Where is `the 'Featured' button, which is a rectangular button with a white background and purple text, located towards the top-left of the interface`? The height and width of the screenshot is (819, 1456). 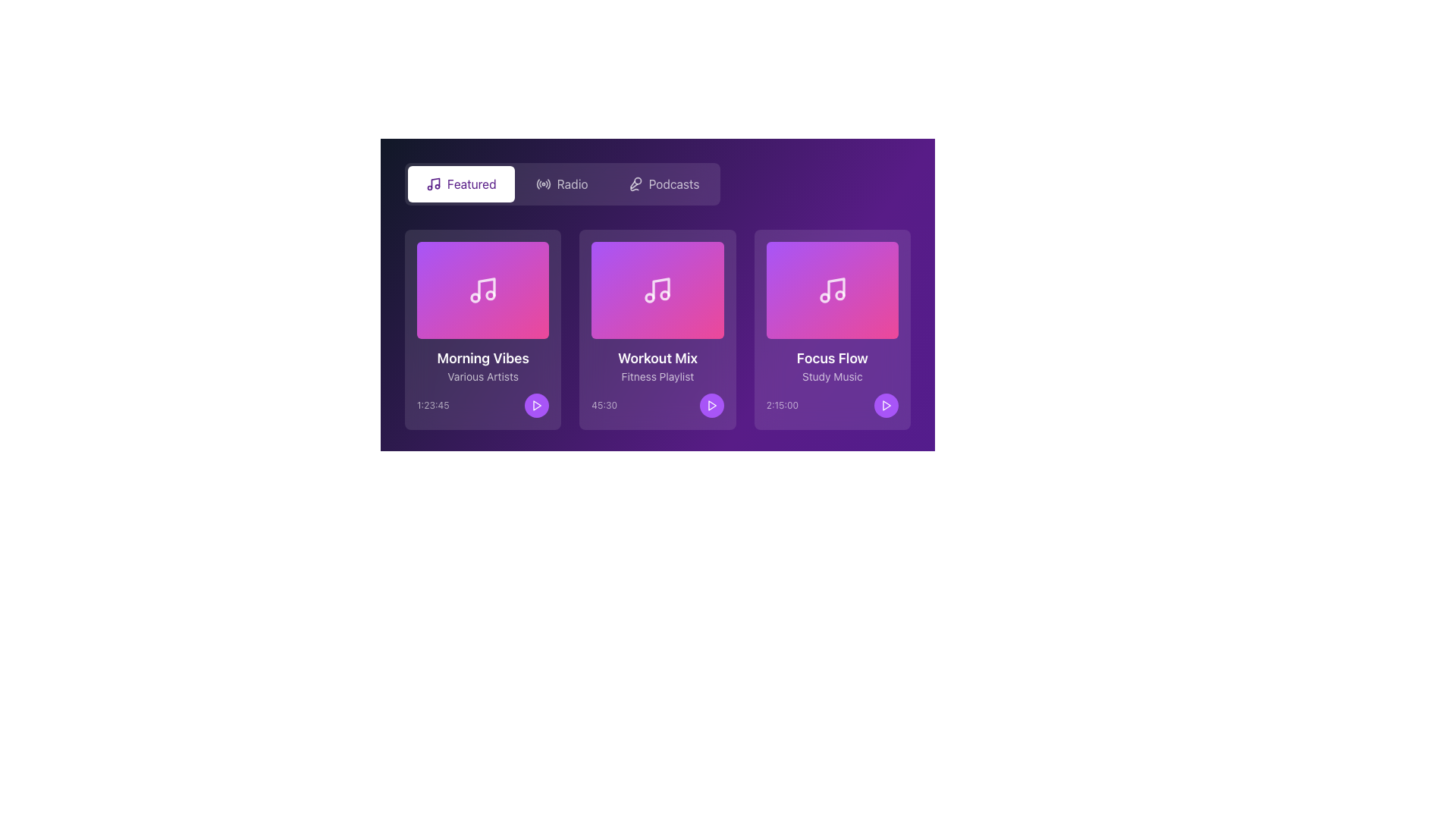 the 'Featured' button, which is a rectangular button with a white background and purple text, located towards the top-left of the interface is located at coordinates (460, 184).